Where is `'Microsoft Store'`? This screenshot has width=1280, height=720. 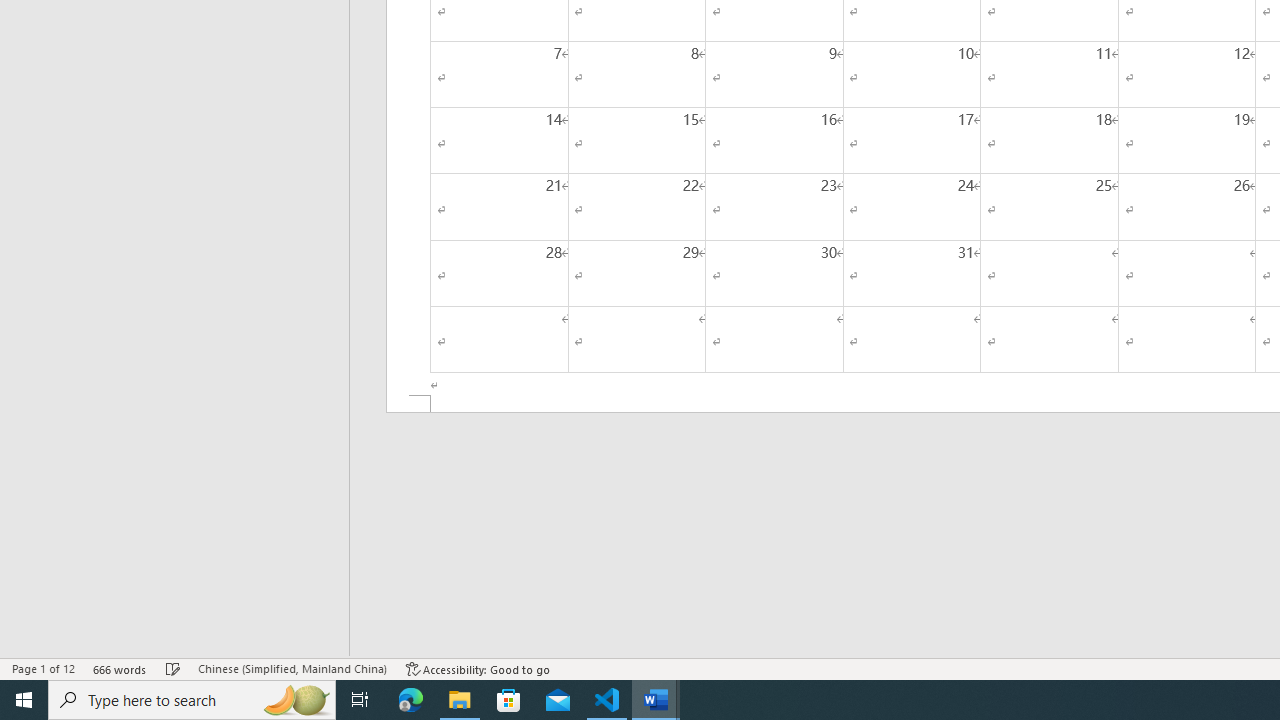
'Microsoft Store' is located at coordinates (509, 698).